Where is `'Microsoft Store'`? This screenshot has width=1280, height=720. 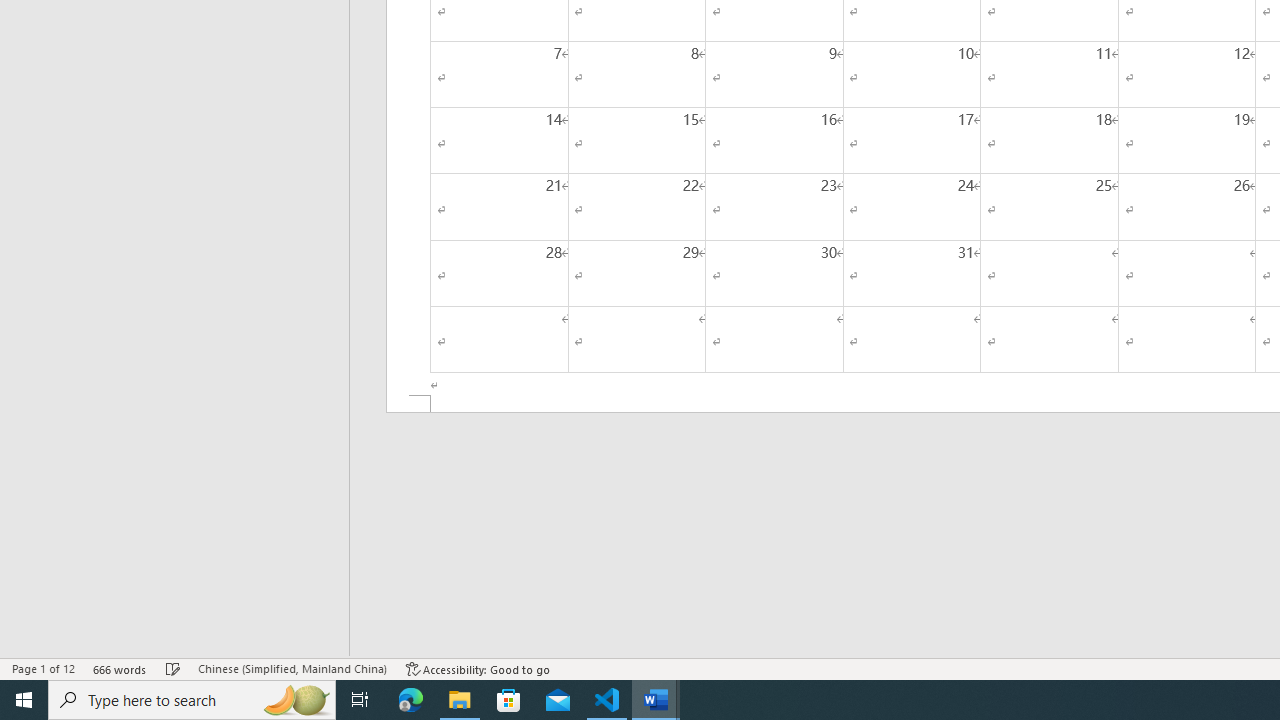
'Microsoft Store' is located at coordinates (509, 698).